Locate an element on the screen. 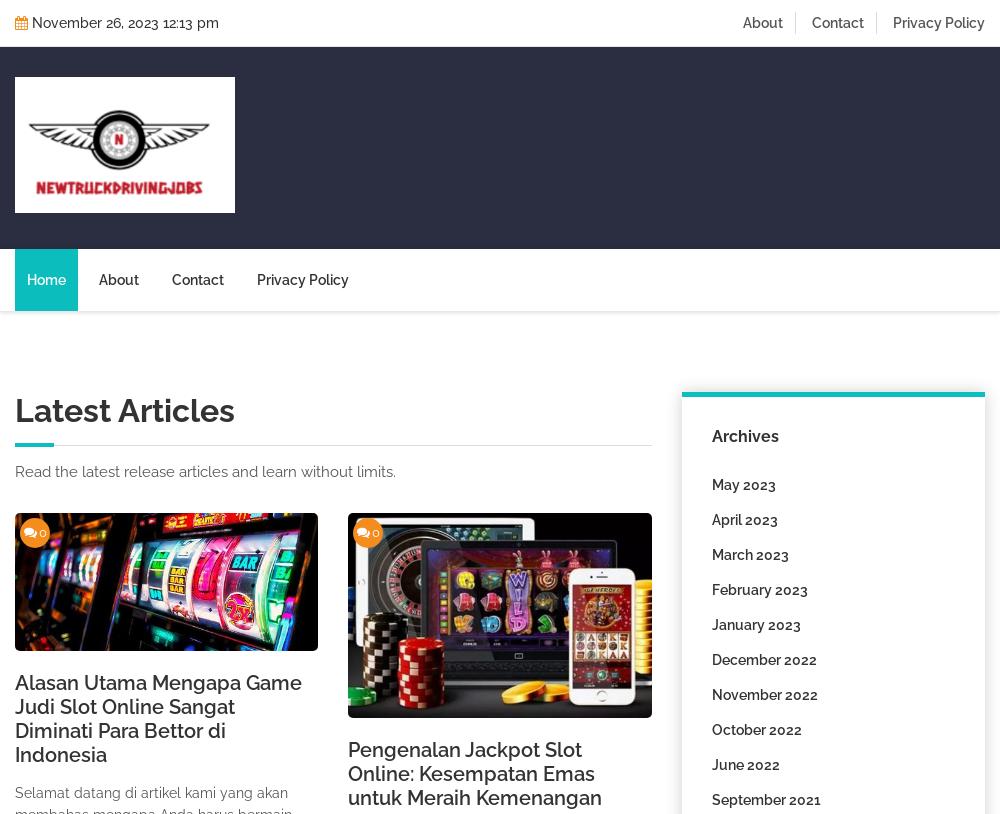 The image size is (1000, 814). 'June 2022' is located at coordinates (744, 764).